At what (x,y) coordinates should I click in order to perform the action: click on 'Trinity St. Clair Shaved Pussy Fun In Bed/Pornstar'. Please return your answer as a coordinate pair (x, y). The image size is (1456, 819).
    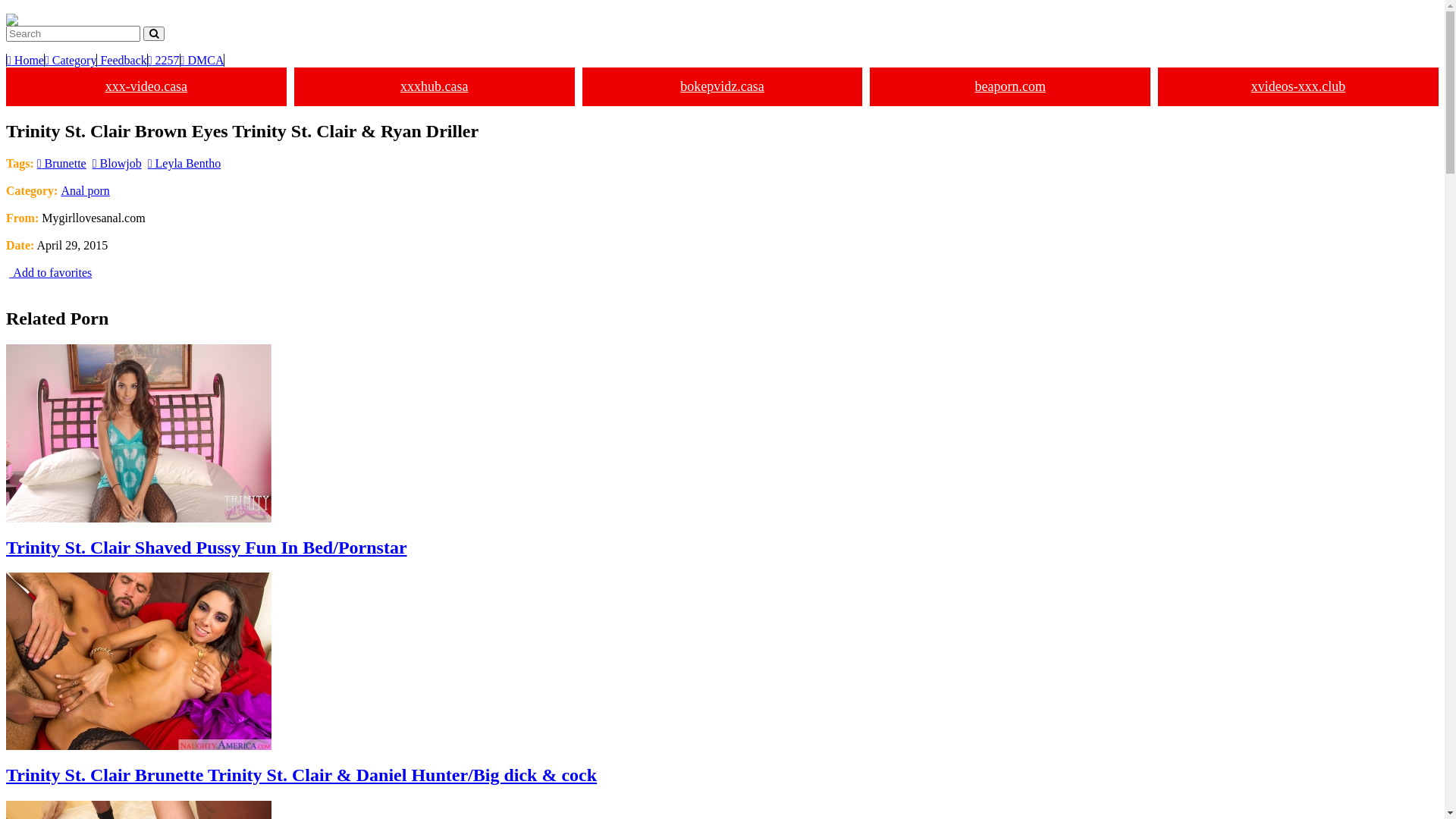
    Looking at the image, I should click on (721, 450).